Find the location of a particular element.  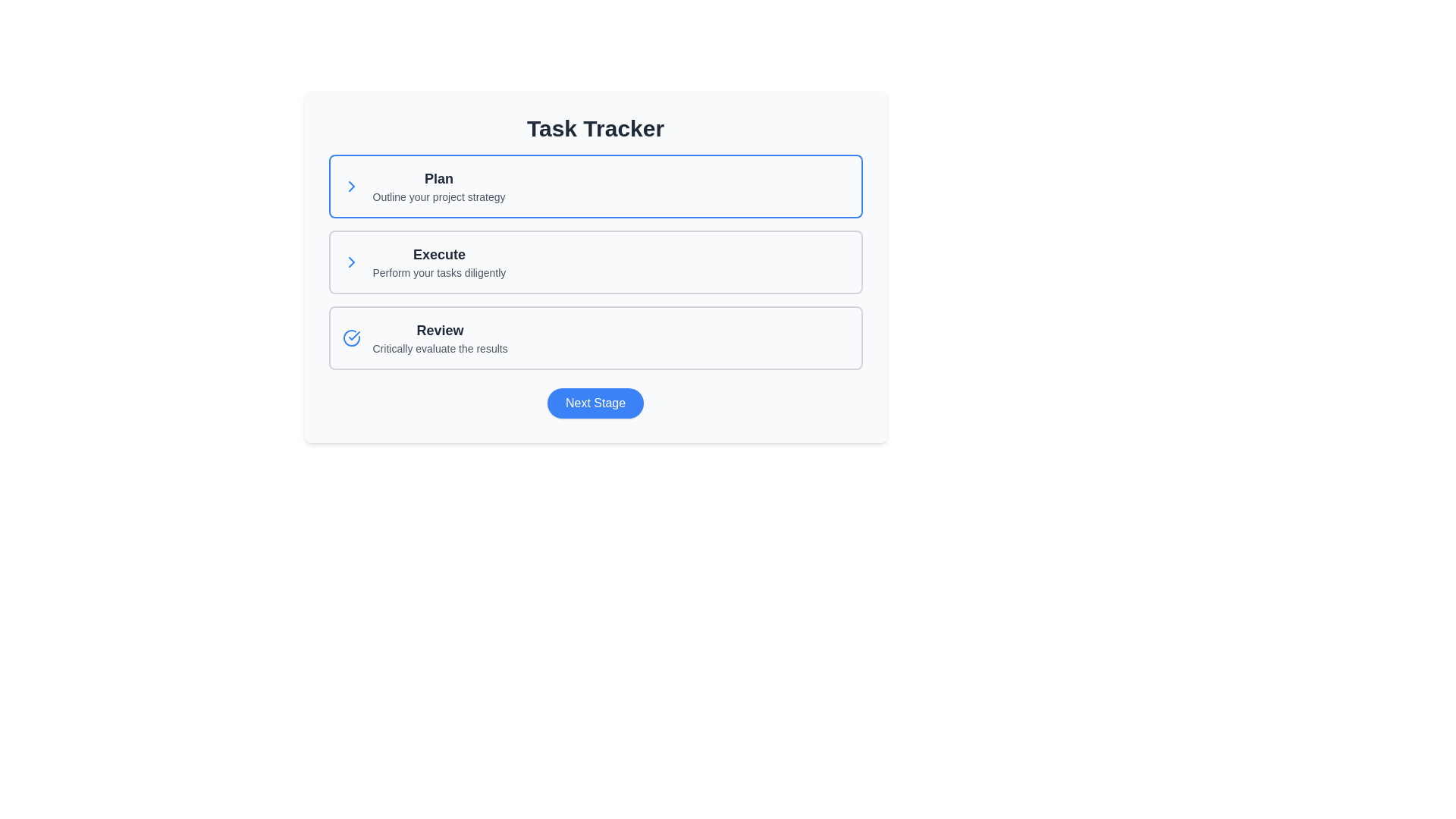

the text label that contains the phrase 'Outline your project strategy', which is styled in a small, gray font and located directly beneath the 'Plan' header in the task tracker interface is located at coordinates (438, 196).